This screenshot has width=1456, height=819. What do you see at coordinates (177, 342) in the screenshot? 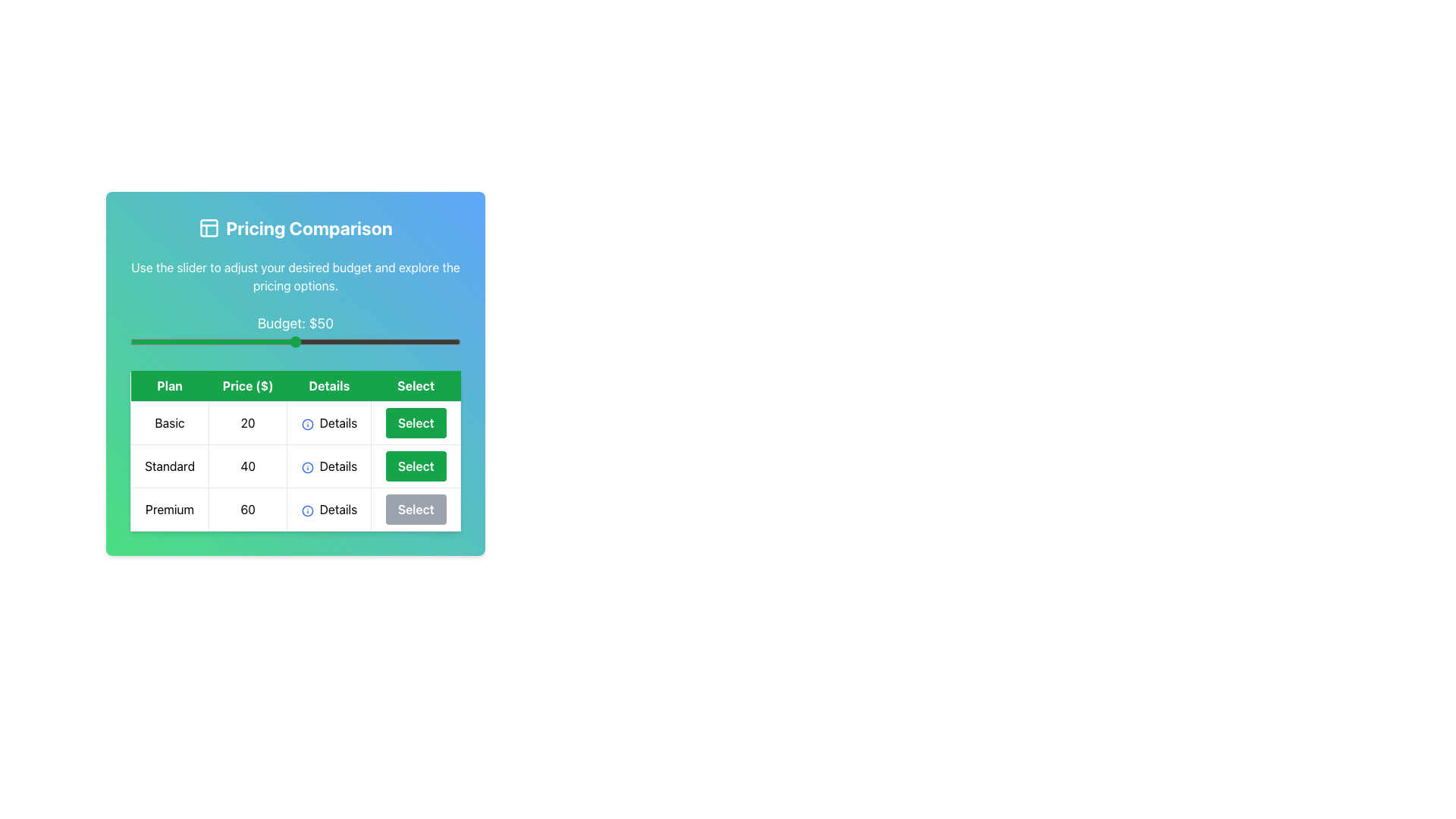
I see `the budget` at bounding box center [177, 342].